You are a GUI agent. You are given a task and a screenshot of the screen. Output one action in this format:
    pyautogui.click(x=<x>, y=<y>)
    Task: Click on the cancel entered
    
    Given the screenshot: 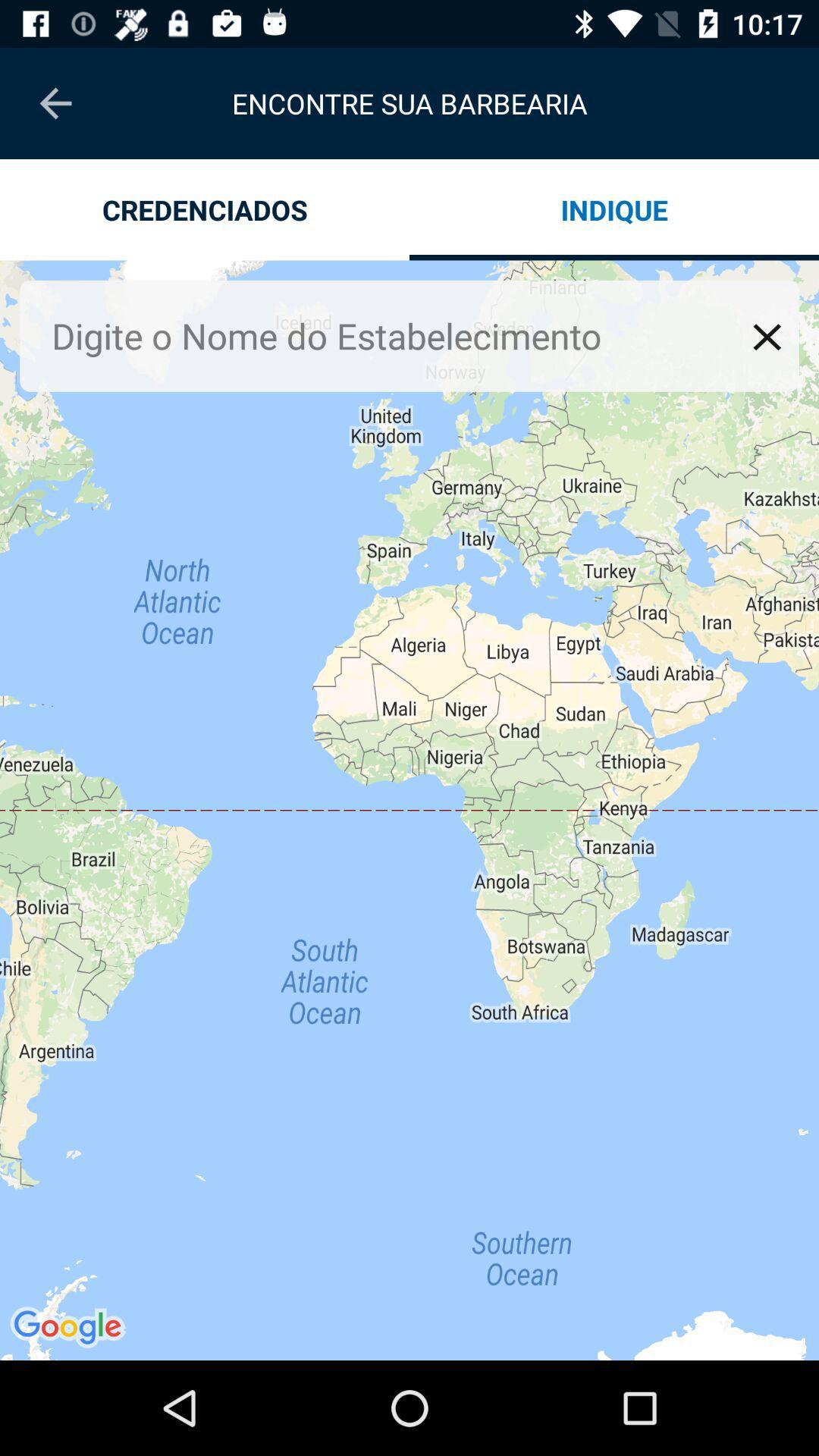 What is the action you would take?
    pyautogui.click(x=767, y=336)
    